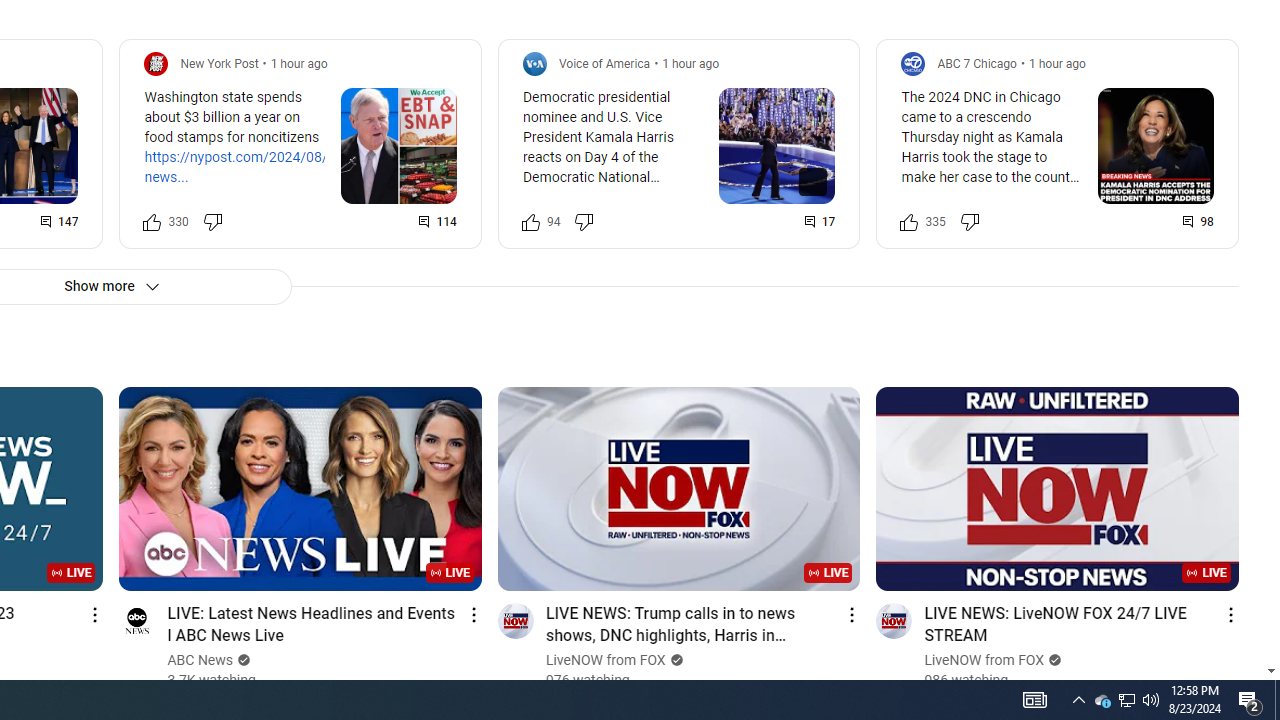 This screenshot has width=1280, height=720. Describe the element at coordinates (219, 62) in the screenshot. I see `'New York Post'` at that location.